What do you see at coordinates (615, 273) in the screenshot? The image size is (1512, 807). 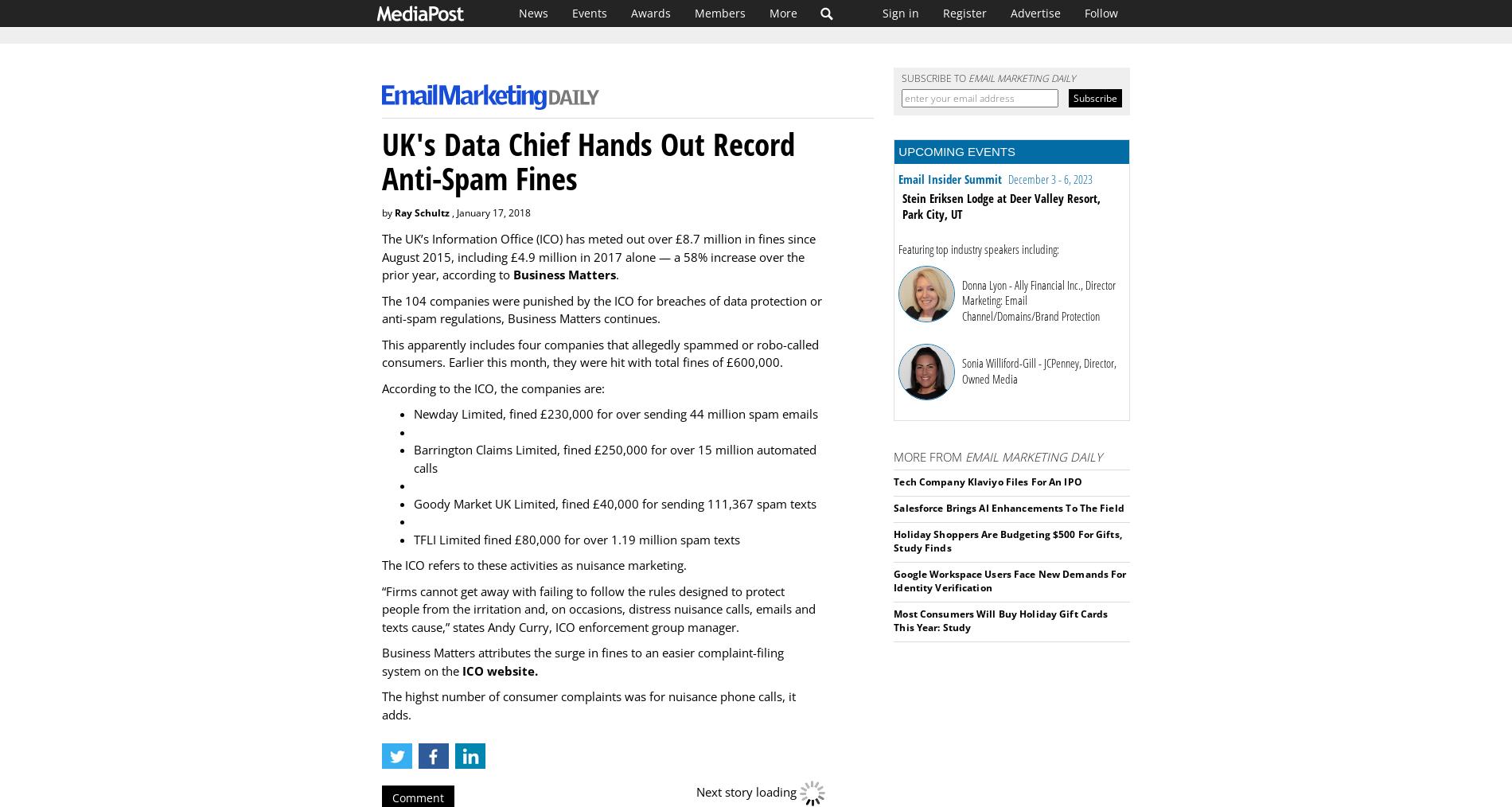 I see `'.'` at bounding box center [615, 273].